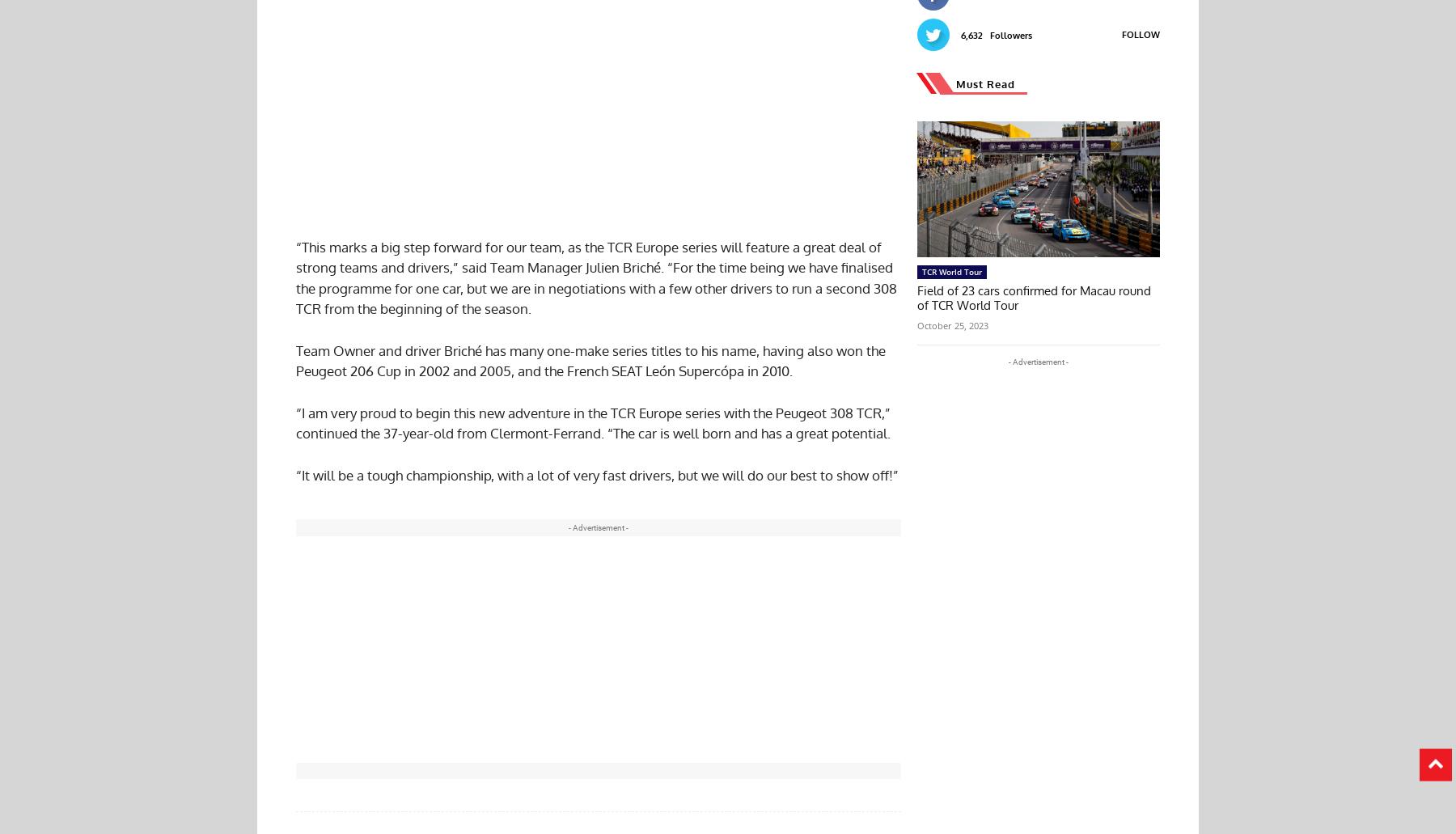 The height and width of the screenshot is (834, 1456). What do you see at coordinates (1034, 296) in the screenshot?
I see `'Field of 23 cars confirmed for Macau round of TCR World Tour'` at bounding box center [1034, 296].